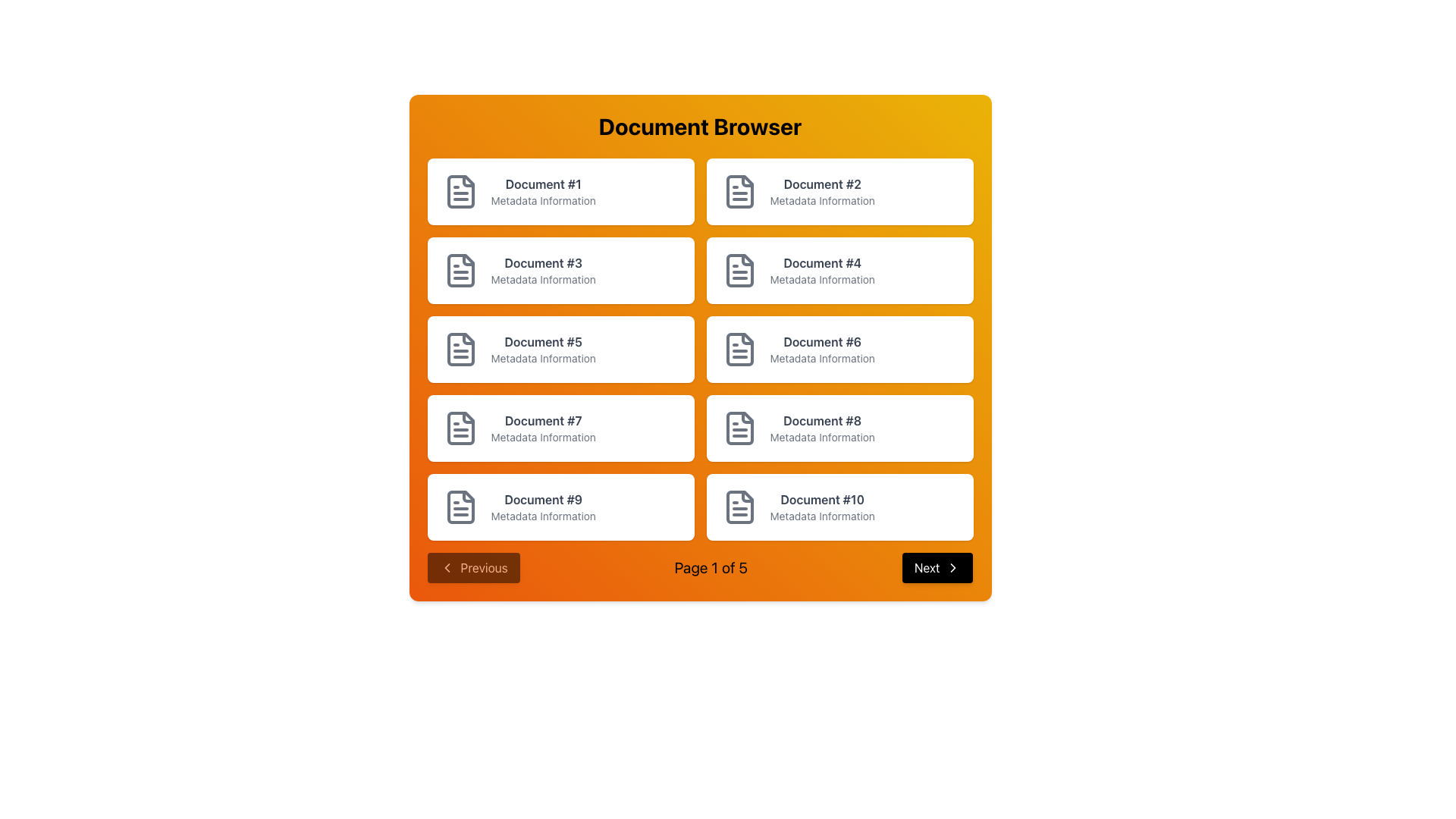 The width and height of the screenshot is (1456, 819). What do you see at coordinates (543, 200) in the screenshot?
I see `text label 'Metadata Information' located below the header 'Document #1' in the first card of the left column` at bounding box center [543, 200].